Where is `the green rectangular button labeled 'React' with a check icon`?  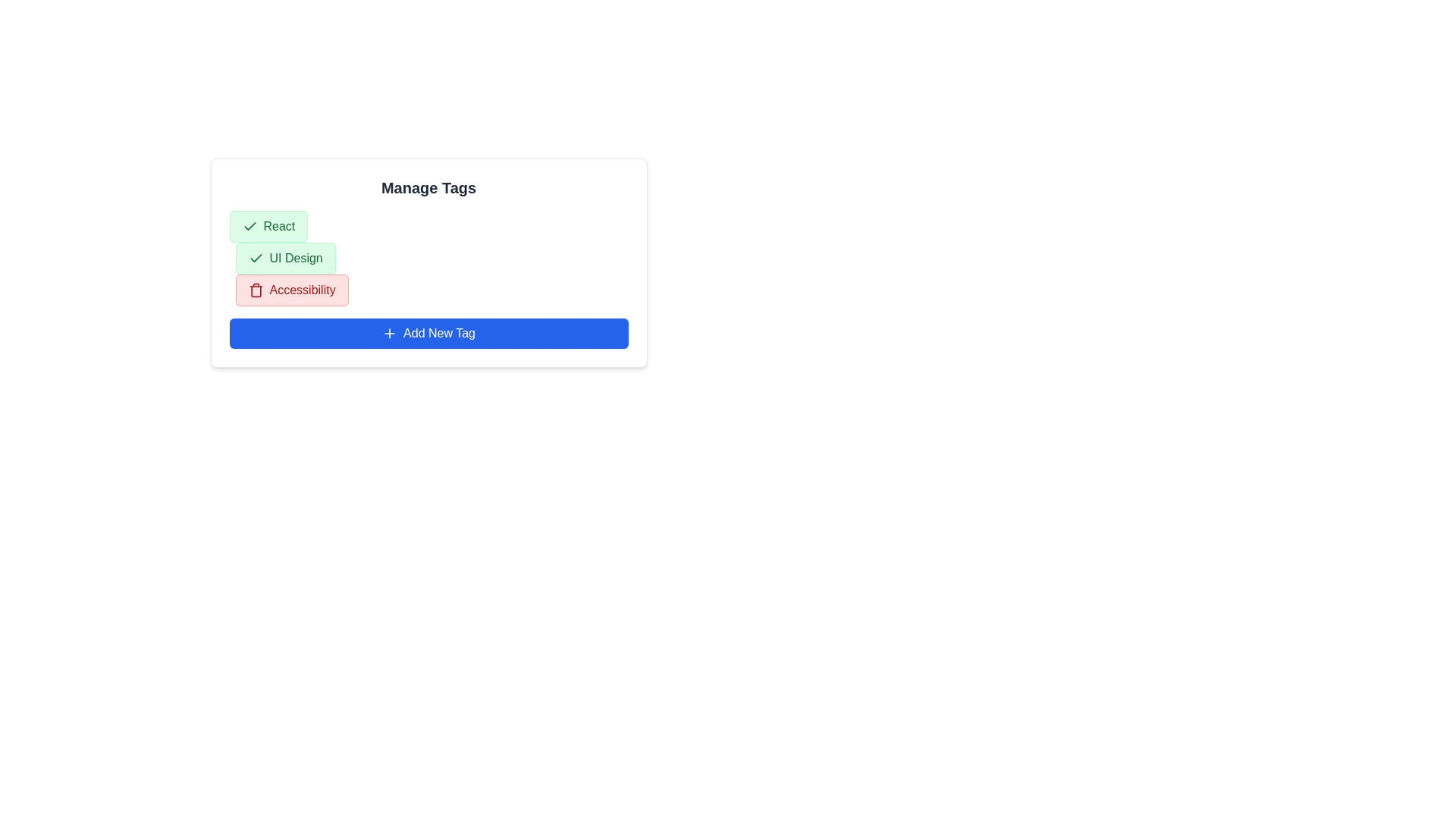
the green rectangular button labeled 'React' with a check icon is located at coordinates (268, 227).